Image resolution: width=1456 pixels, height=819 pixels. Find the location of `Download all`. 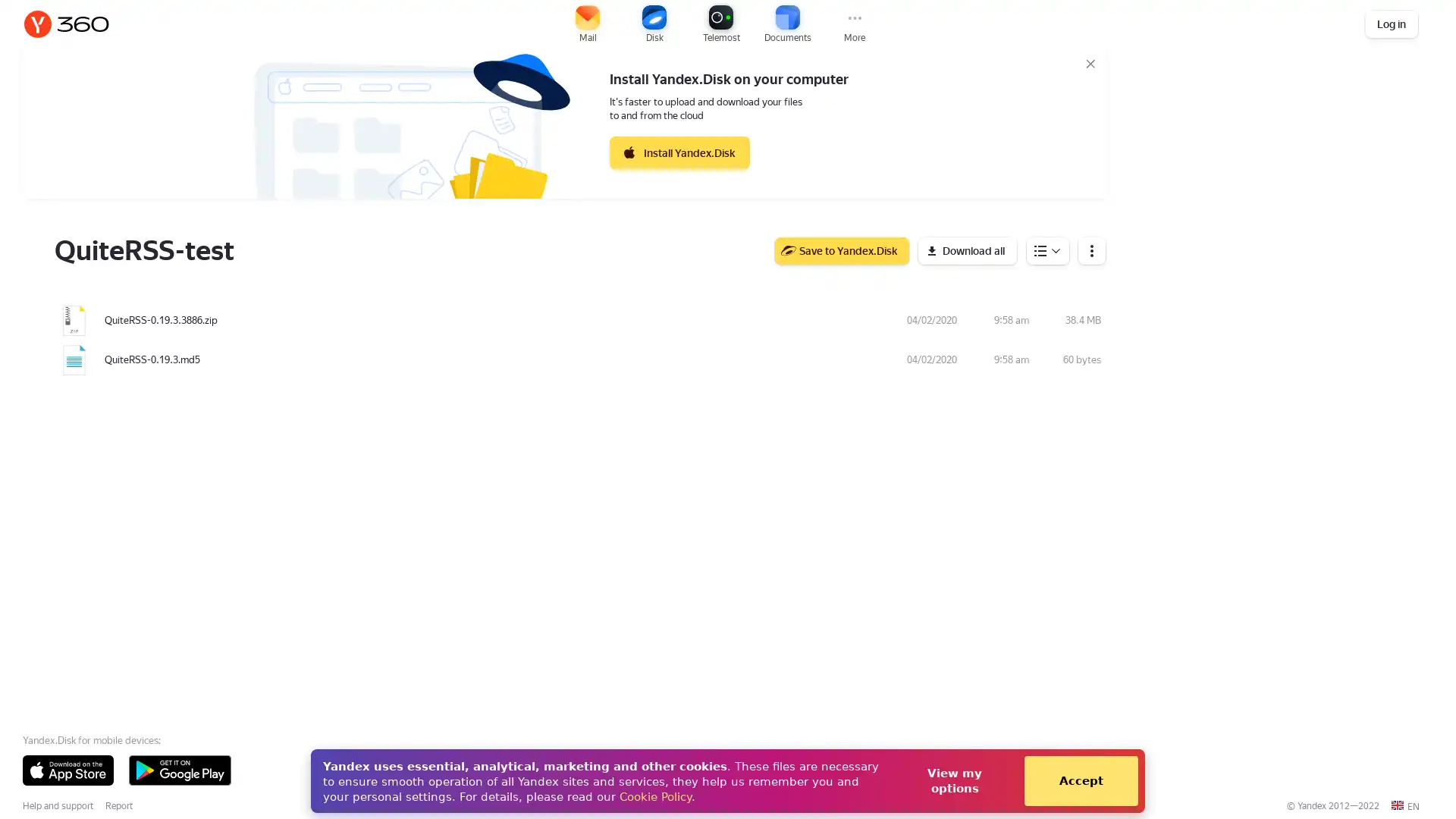

Download all is located at coordinates (967, 250).